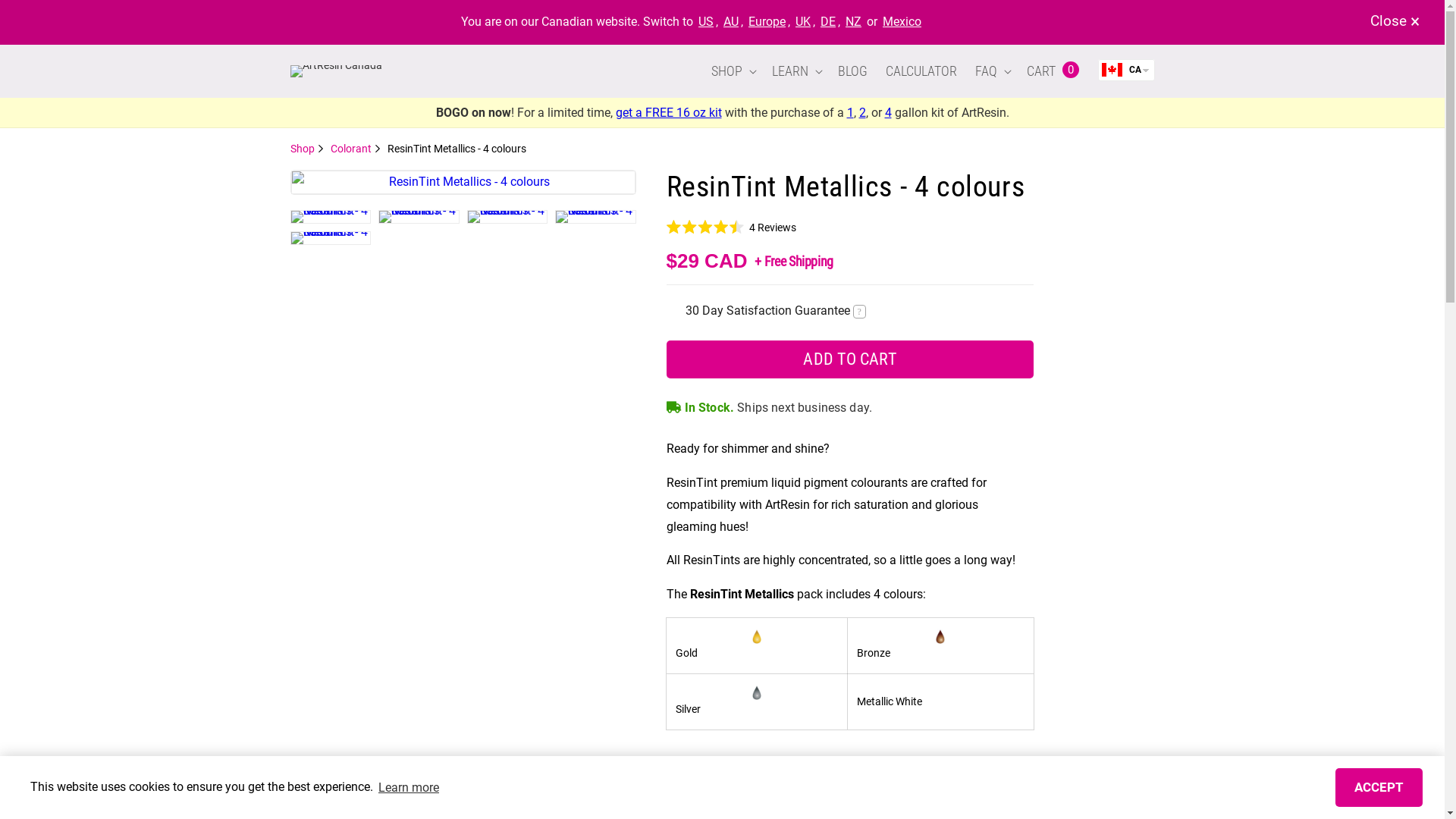  What do you see at coordinates (615, 111) in the screenshot?
I see `'get a FREE 16 oz kit'` at bounding box center [615, 111].